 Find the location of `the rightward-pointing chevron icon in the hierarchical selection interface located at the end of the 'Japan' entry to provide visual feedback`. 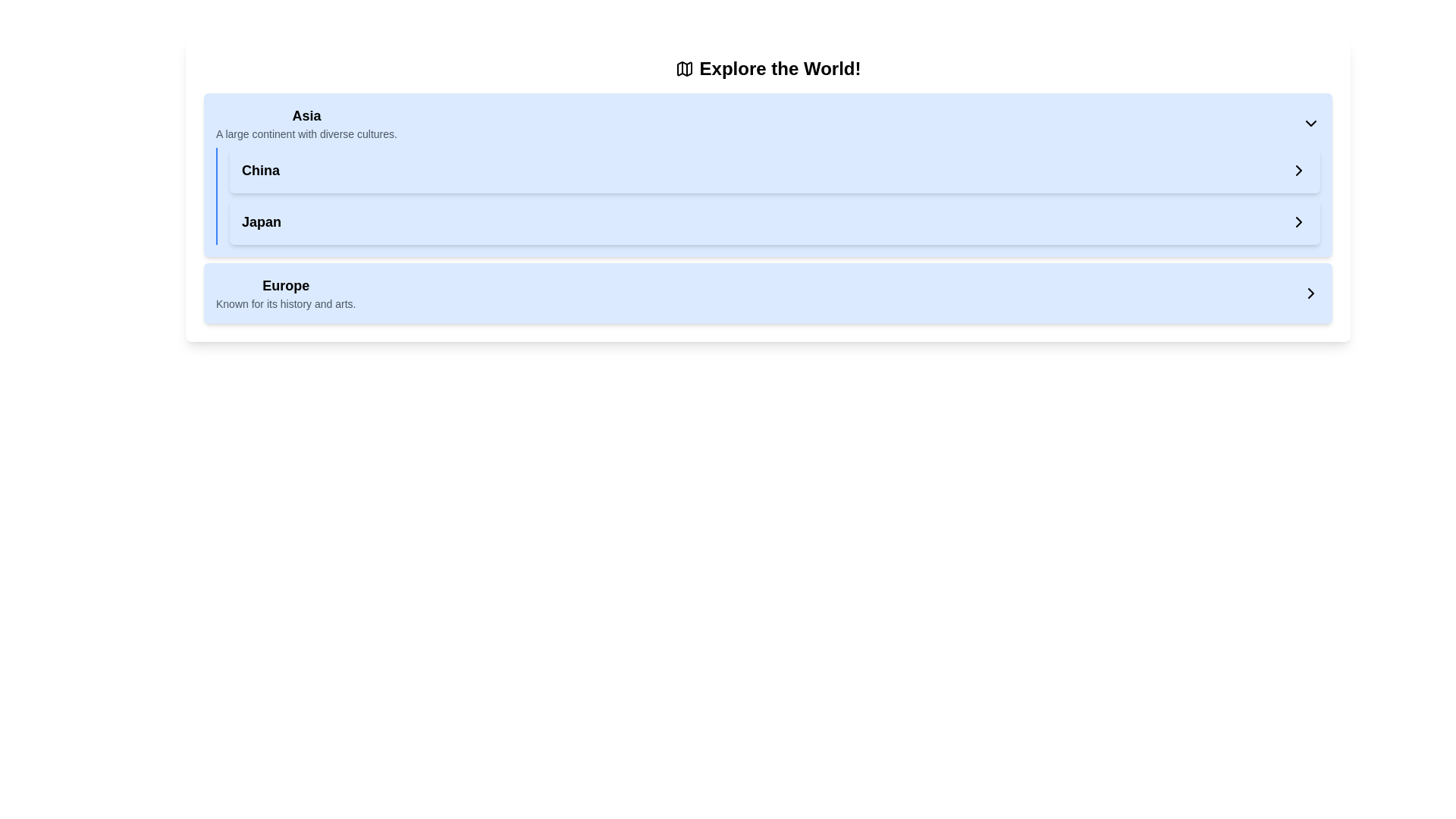

the rightward-pointing chevron icon in the hierarchical selection interface located at the end of the 'Japan' entry to provide visual feedback is located at coordinates (1298, 170).